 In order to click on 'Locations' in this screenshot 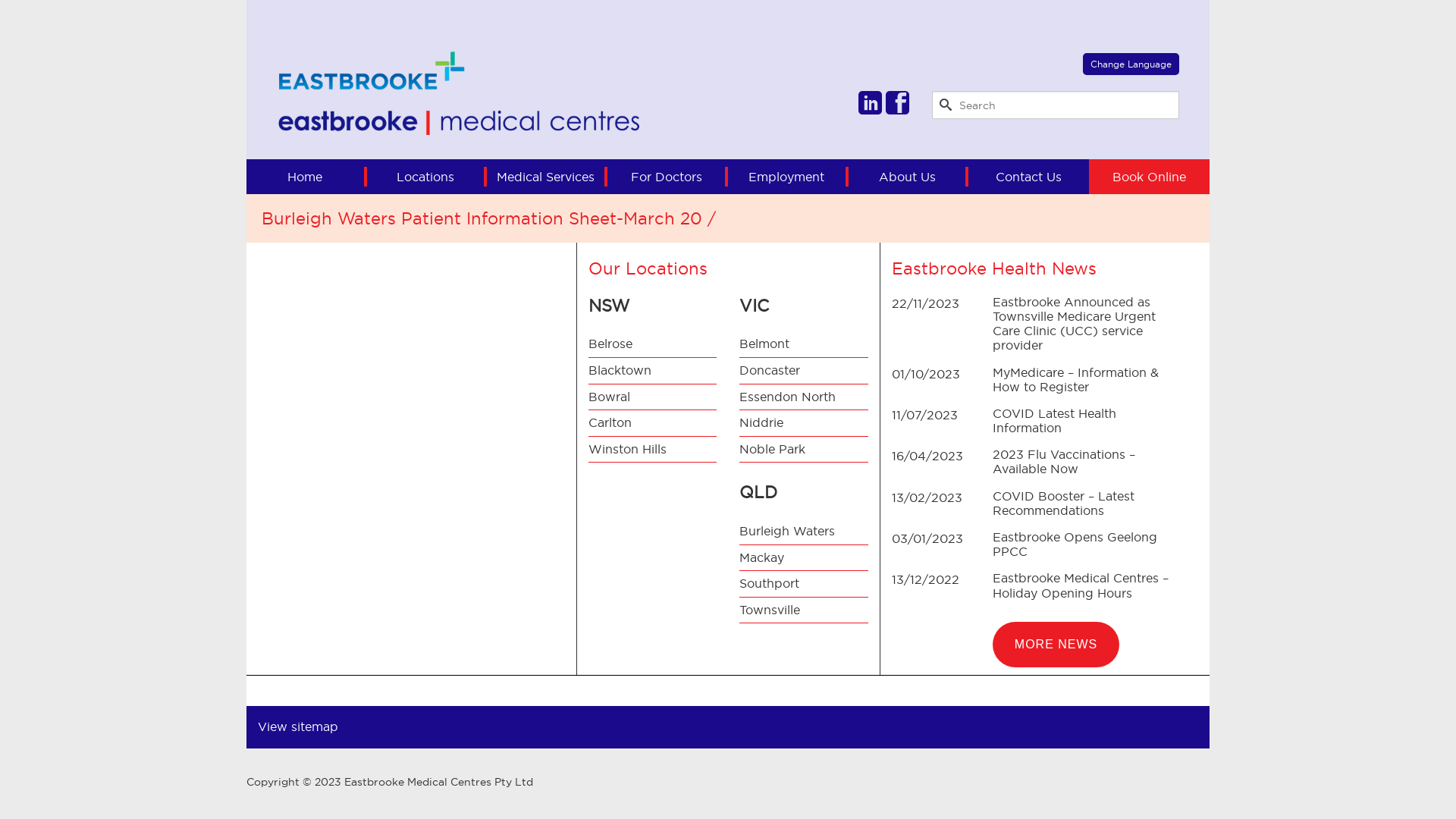, I will do `click(426, 175)`.